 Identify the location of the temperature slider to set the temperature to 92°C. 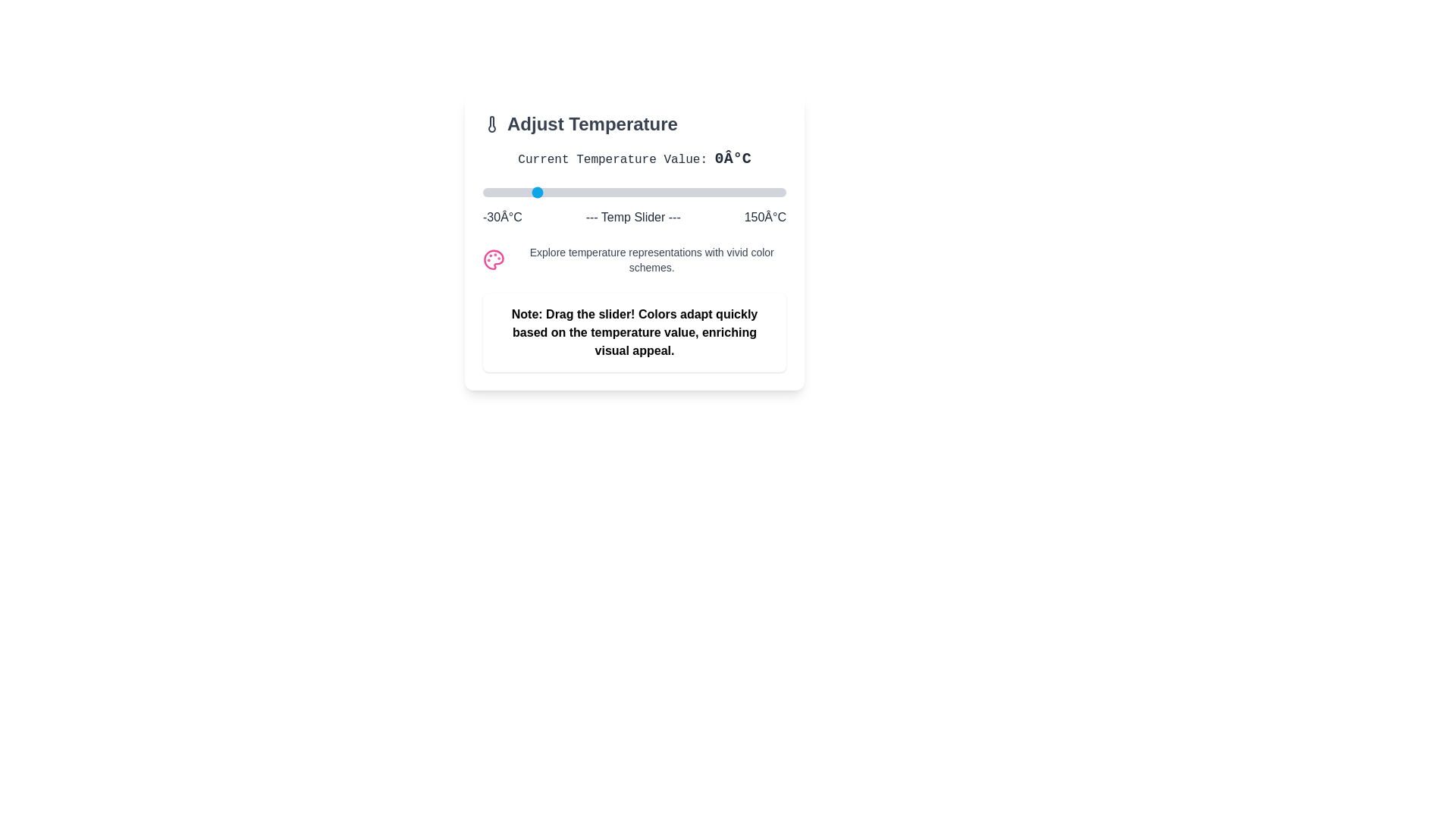
(688, 192).